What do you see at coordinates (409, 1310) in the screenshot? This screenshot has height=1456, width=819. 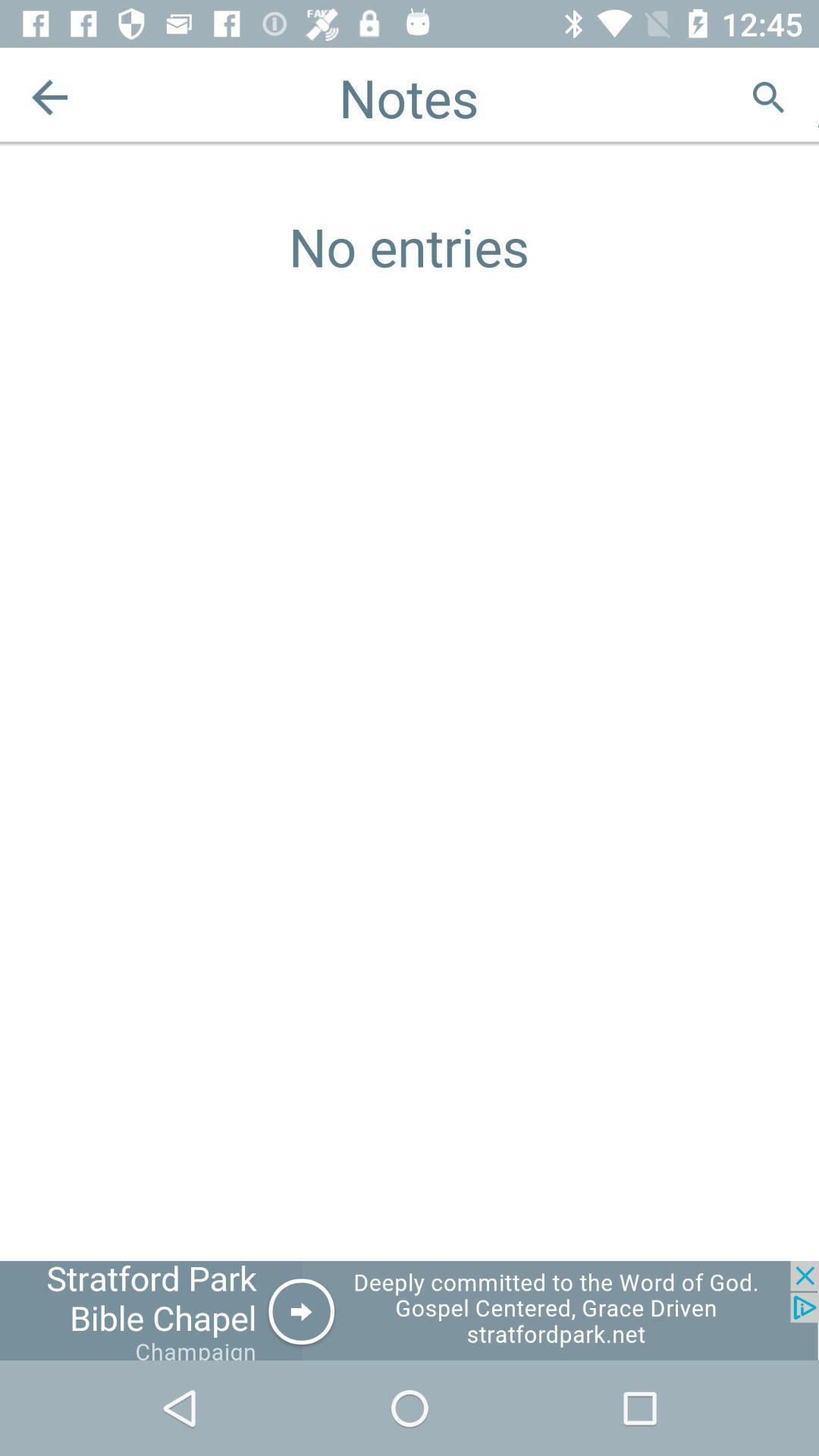 I see `open the advertisement` at bounding box center [409, 1310].